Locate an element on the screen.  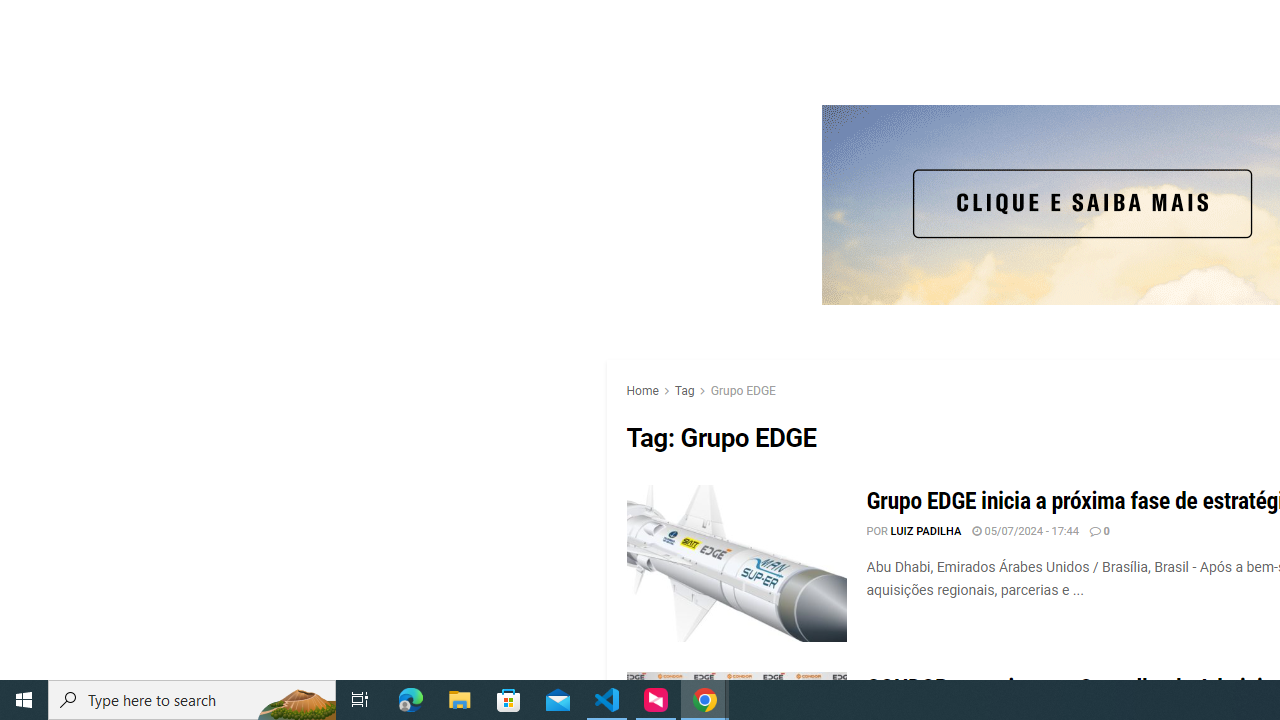
'Tag' is located at coordinates (684, 390).